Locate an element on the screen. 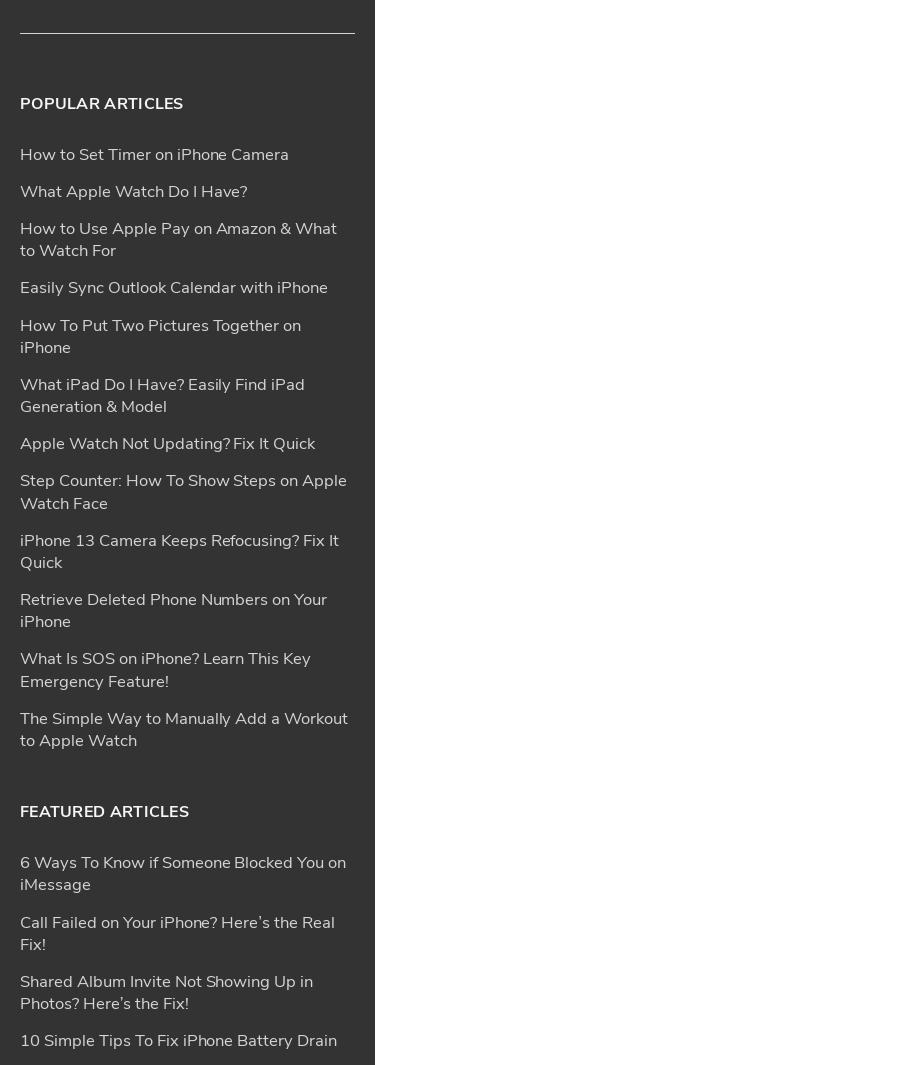 Image resolution: width=905 pixels, height=1065 pixels. 'Retrieve Deleted Phone Numbers on Your iPhone' is located at coordinates (19, 21).